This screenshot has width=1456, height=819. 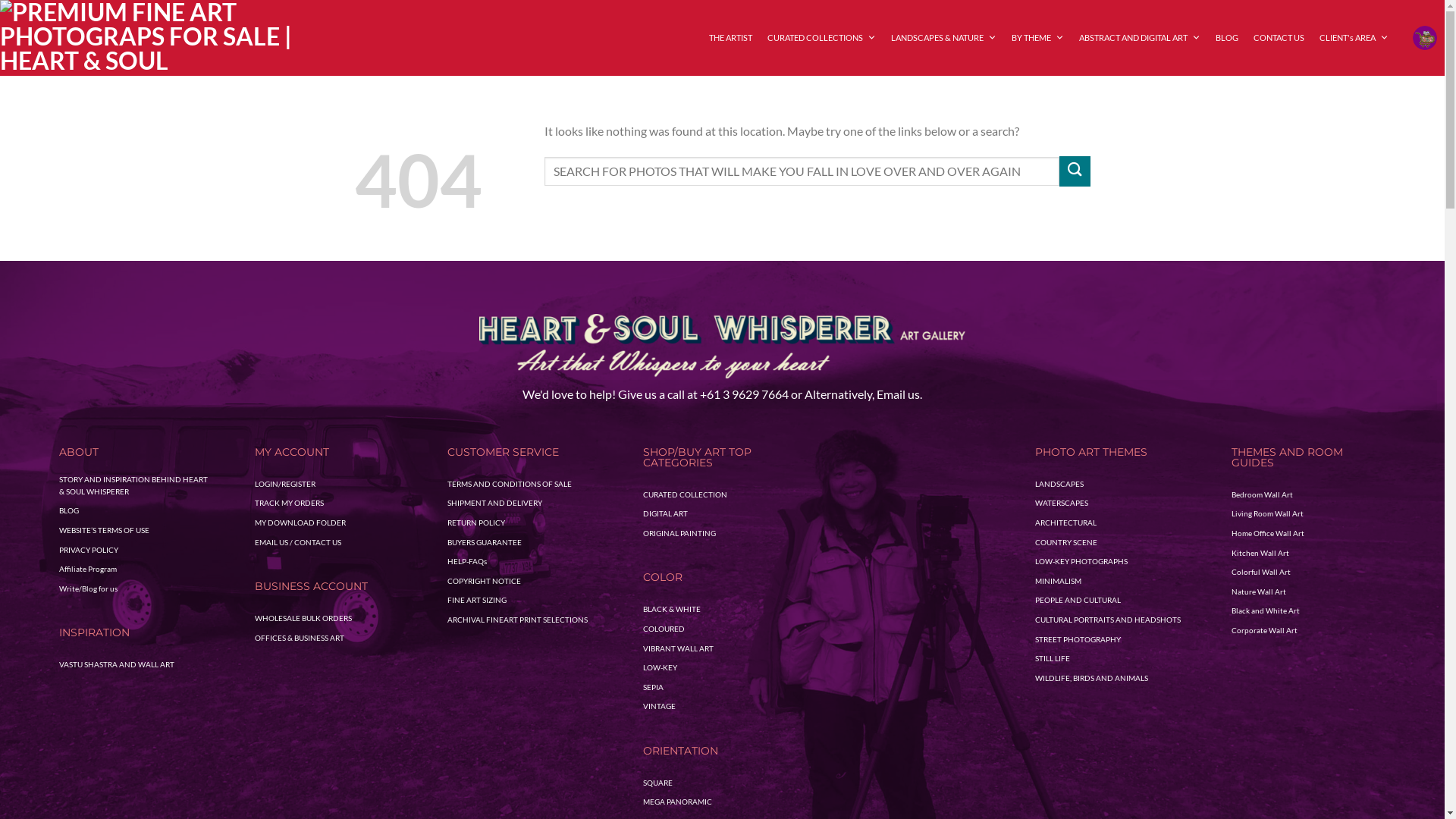 I want to click on 'Colorful Wall Art', so click(x=1260, y=571).